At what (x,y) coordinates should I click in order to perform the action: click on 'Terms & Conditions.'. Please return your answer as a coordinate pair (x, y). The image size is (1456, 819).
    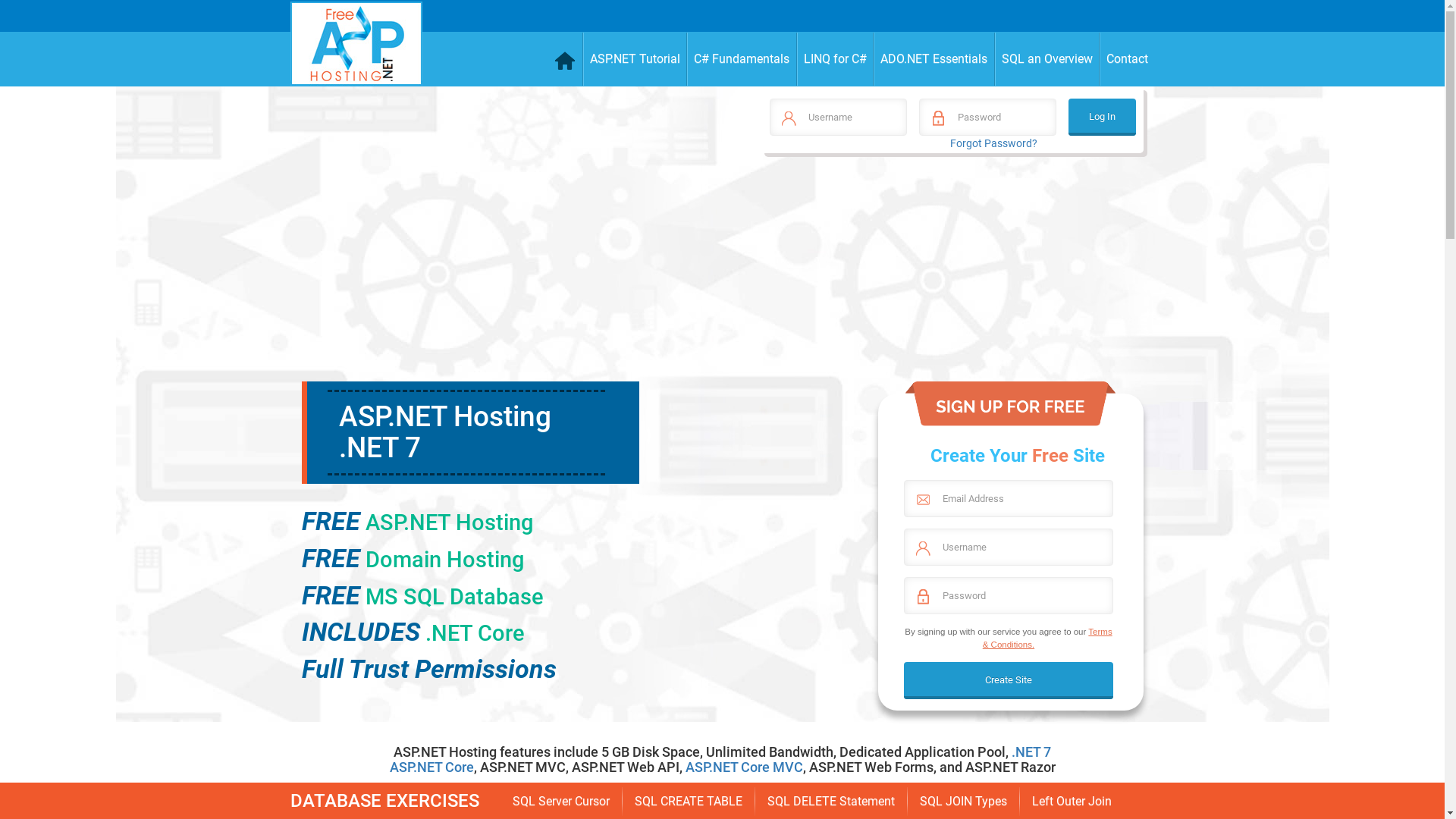
    Looking at the image, I should click on (1046, 637).